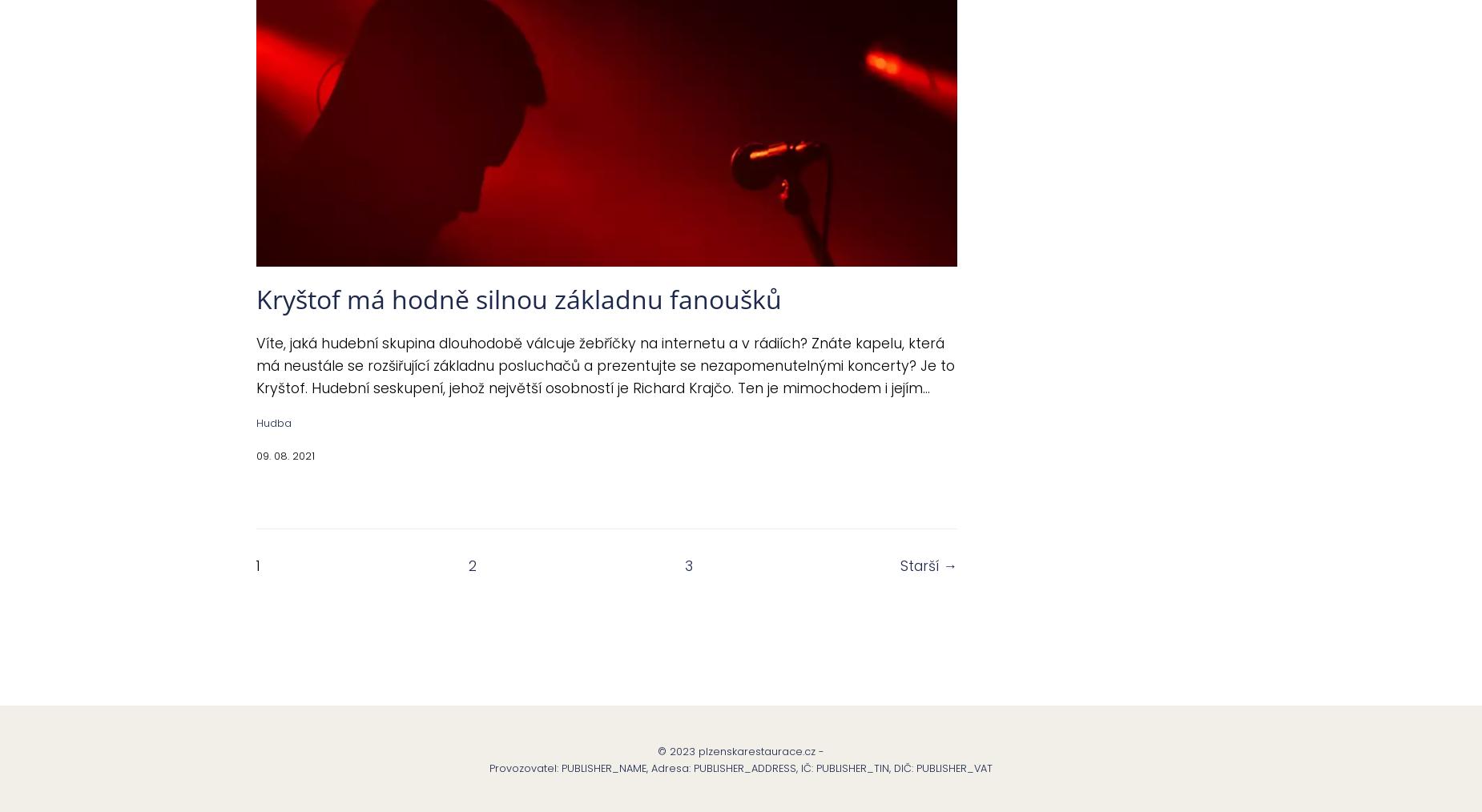  What do you see at coordinates (928, 565) in the screenshot?
I see `'Starší →'` at bounding box center [928, 565].